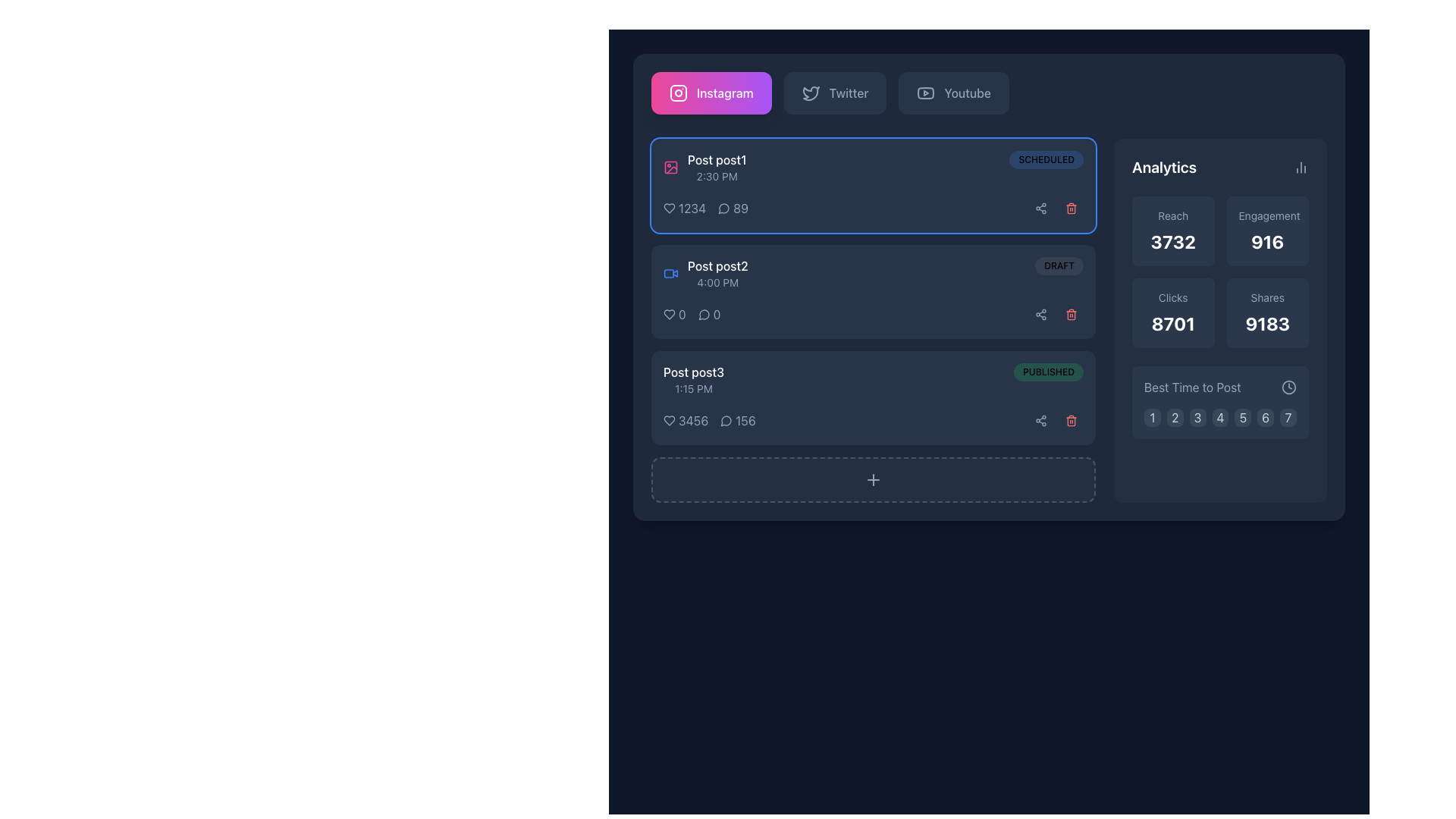  Describe the element at coordinates (716, 167) in the screenshot. I see `the Text display element that shows the title and timestamp of the first 'Post post1' entry in the posts list, located after a pink image icon` at that location.